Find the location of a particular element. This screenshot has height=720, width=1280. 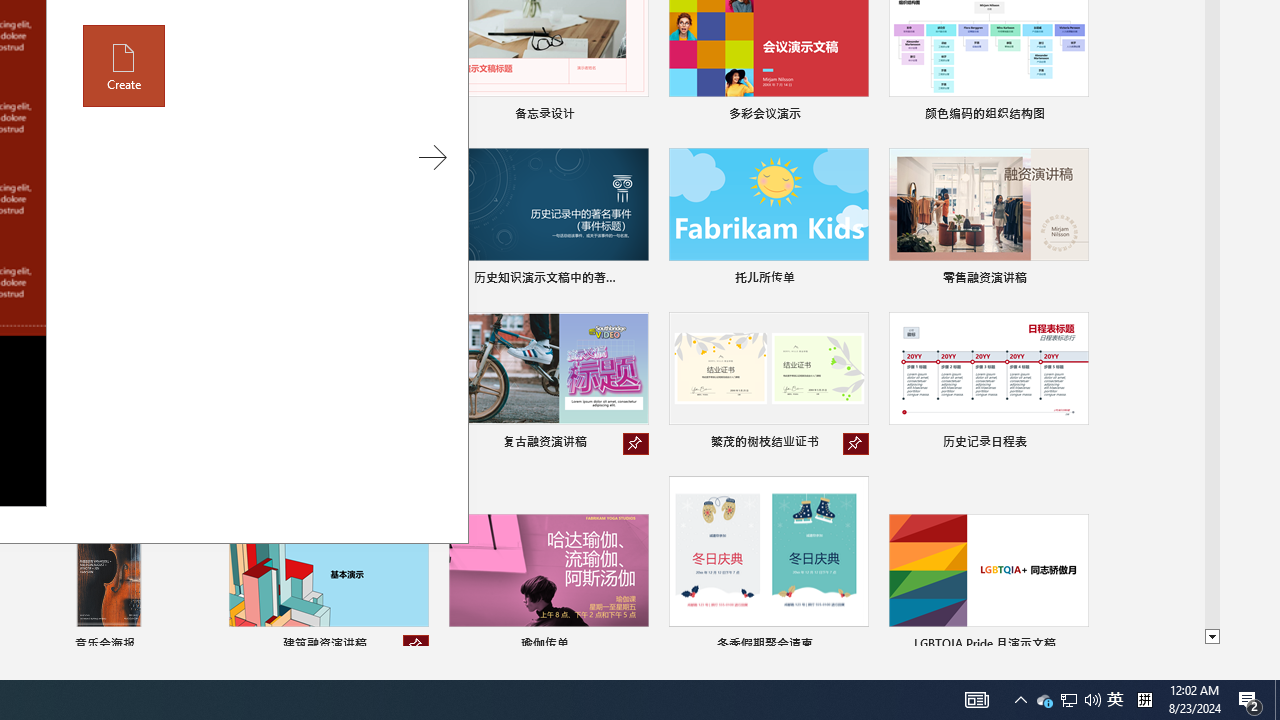

'Create' is located at coordinates (123, 65).